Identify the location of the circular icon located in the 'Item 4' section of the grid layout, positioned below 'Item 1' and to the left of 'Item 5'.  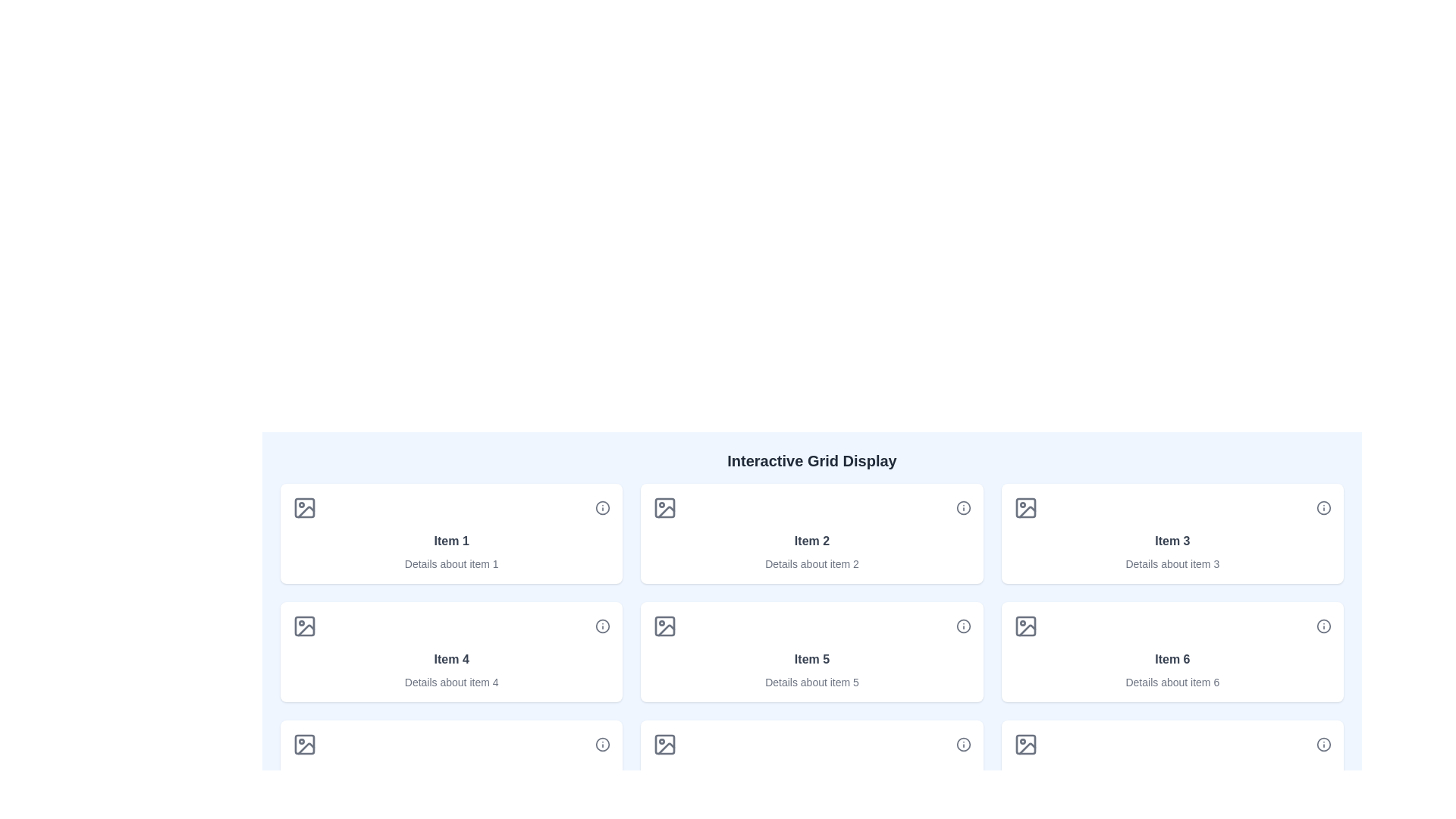
(602, 626).